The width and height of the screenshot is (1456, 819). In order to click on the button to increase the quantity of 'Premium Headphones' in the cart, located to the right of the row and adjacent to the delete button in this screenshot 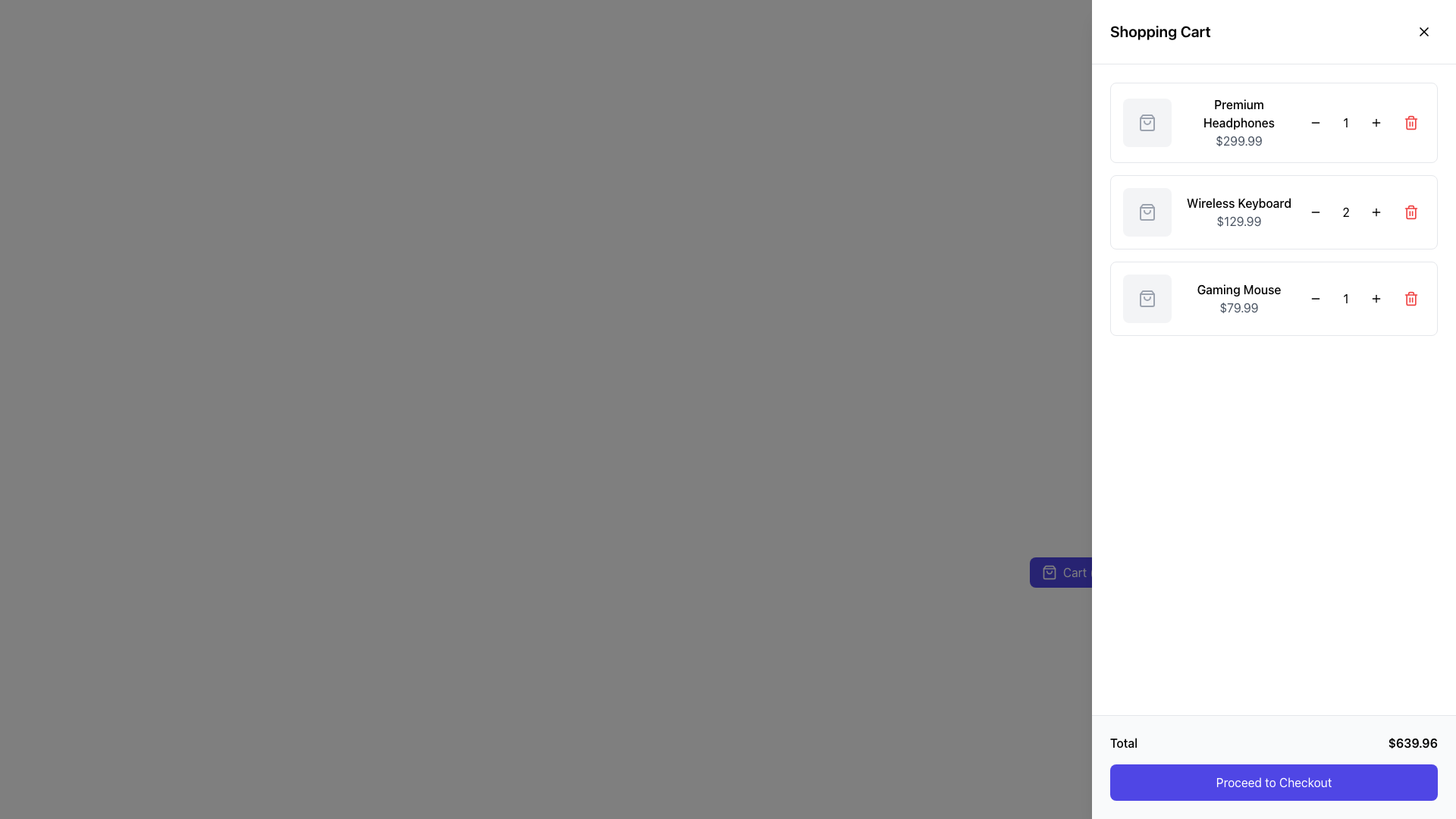, I will do `click(1376, 122)`.